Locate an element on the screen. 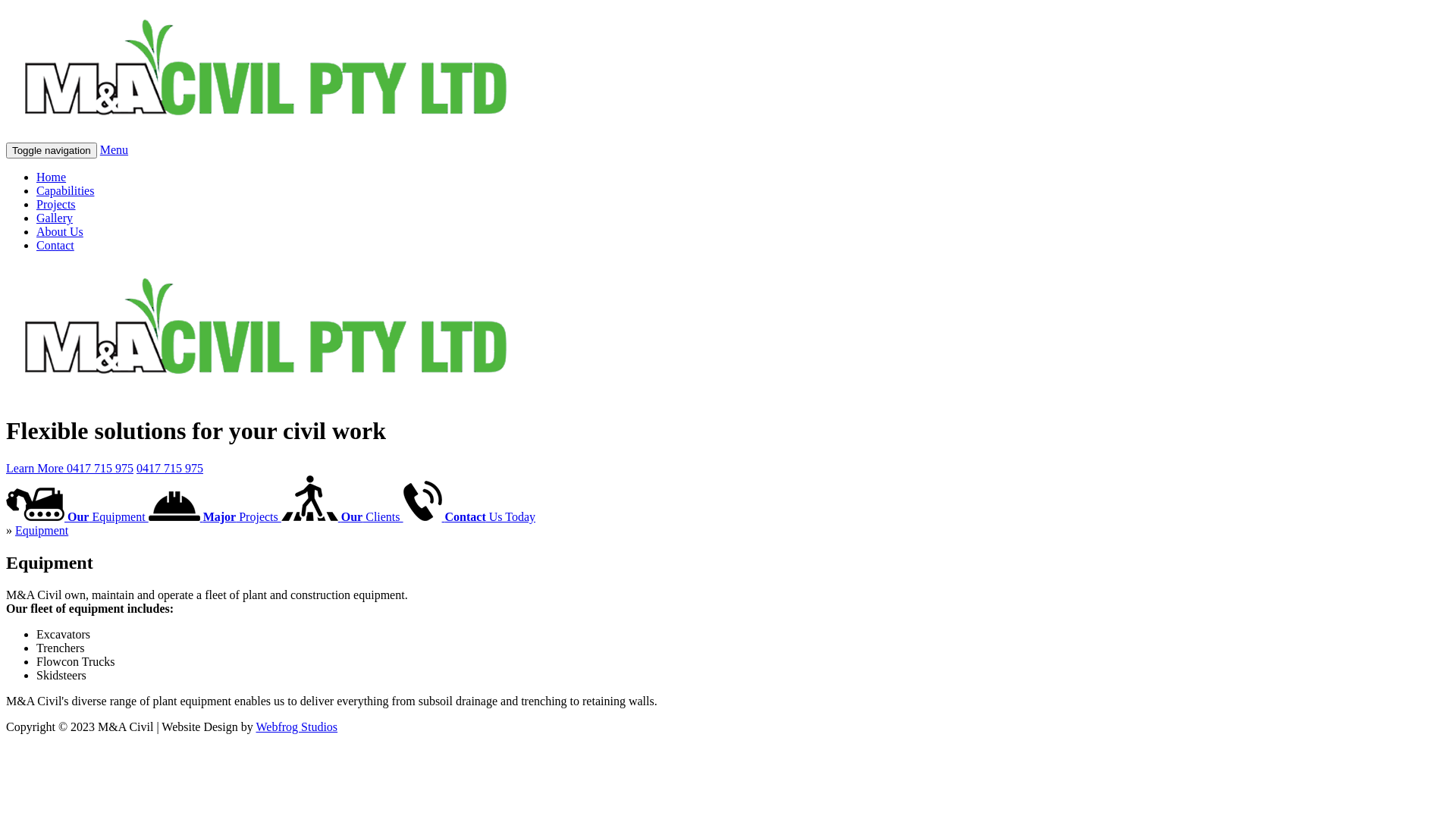 The image size is (1456, 819). 'Equipment' is located at coordinates (41, 529).